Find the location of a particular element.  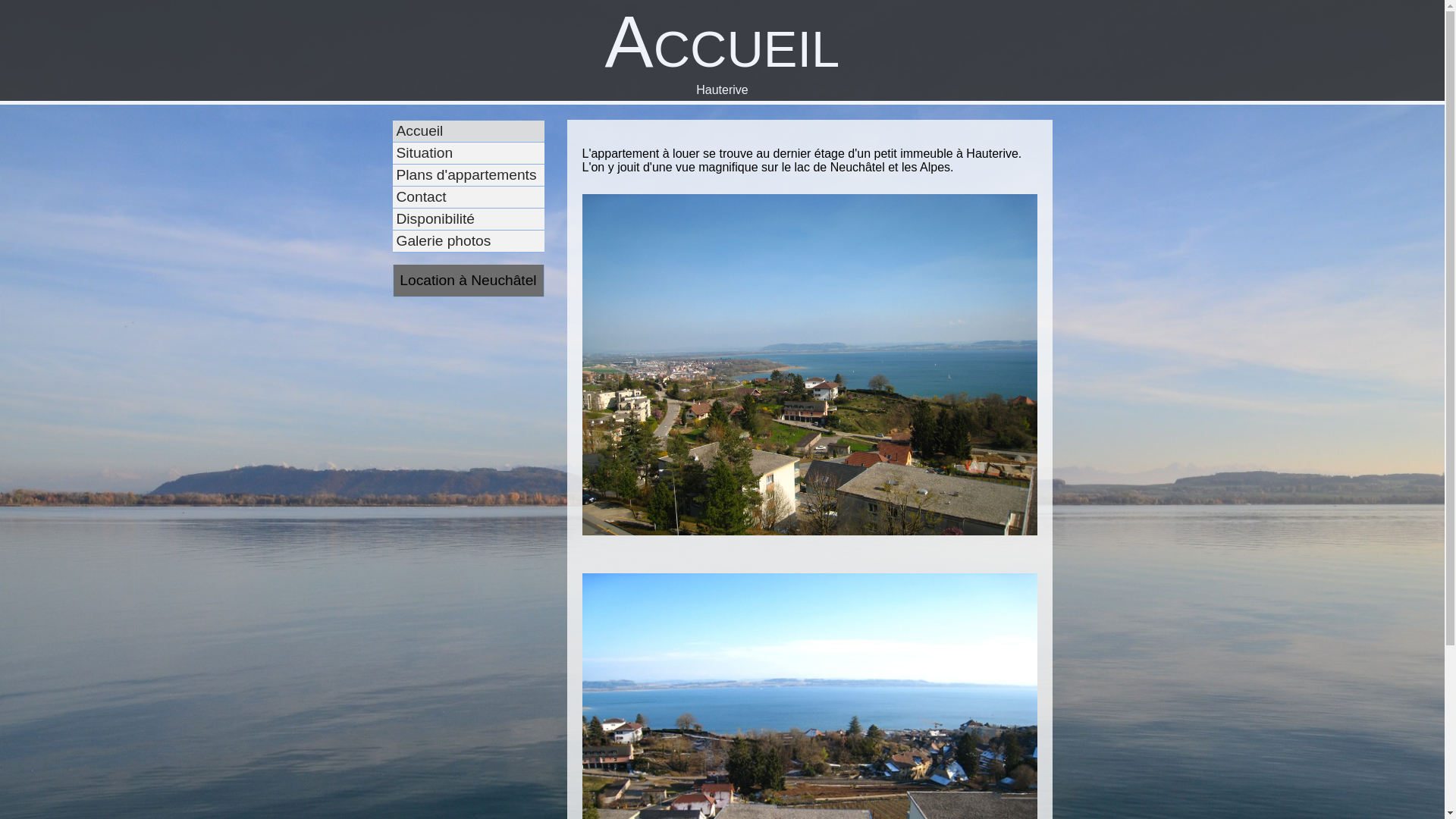

'Contact' is located at coordinates (422, 196).